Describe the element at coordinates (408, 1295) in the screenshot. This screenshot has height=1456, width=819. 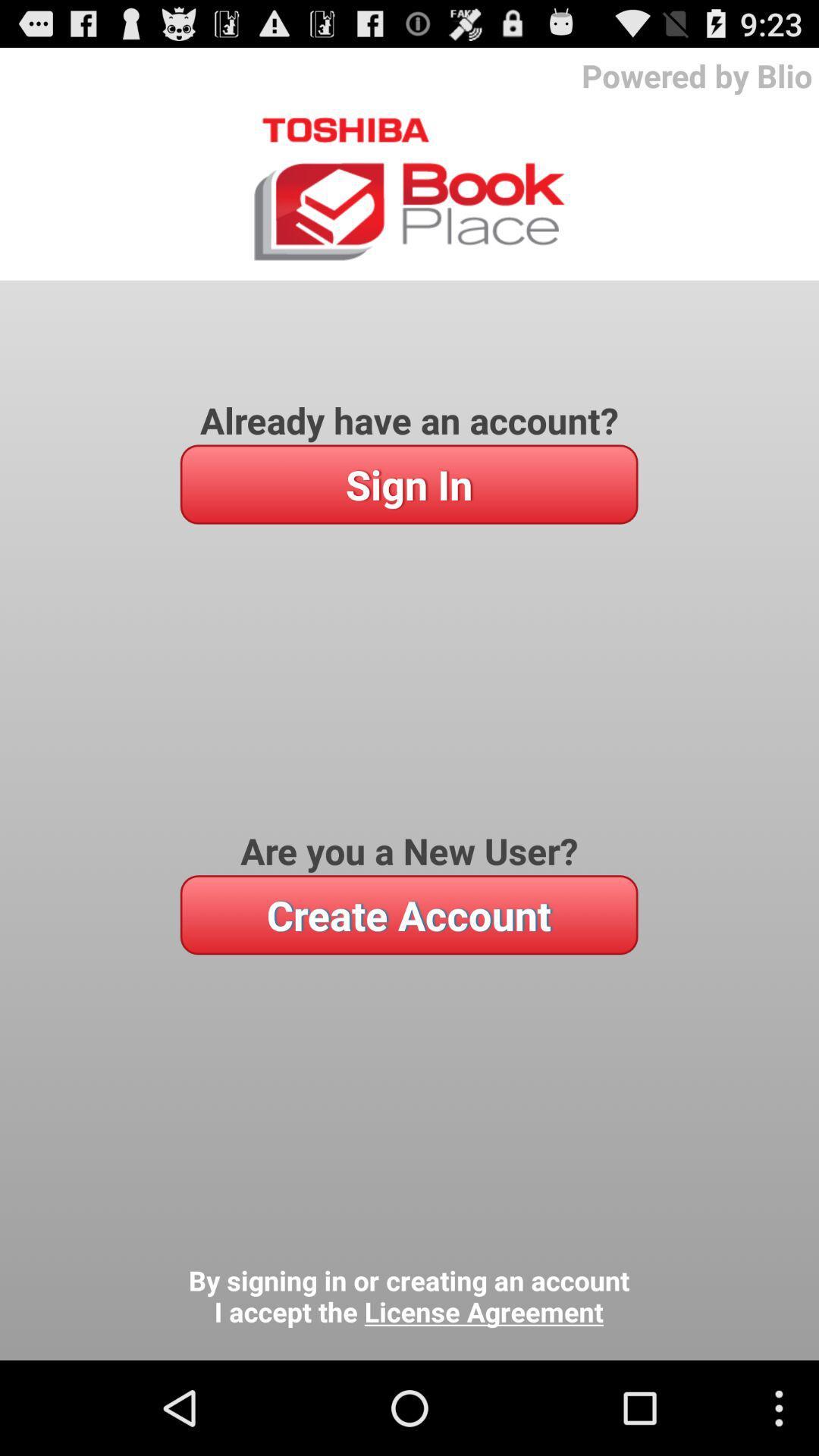
I see `the by signing in at the bottom` at that location.